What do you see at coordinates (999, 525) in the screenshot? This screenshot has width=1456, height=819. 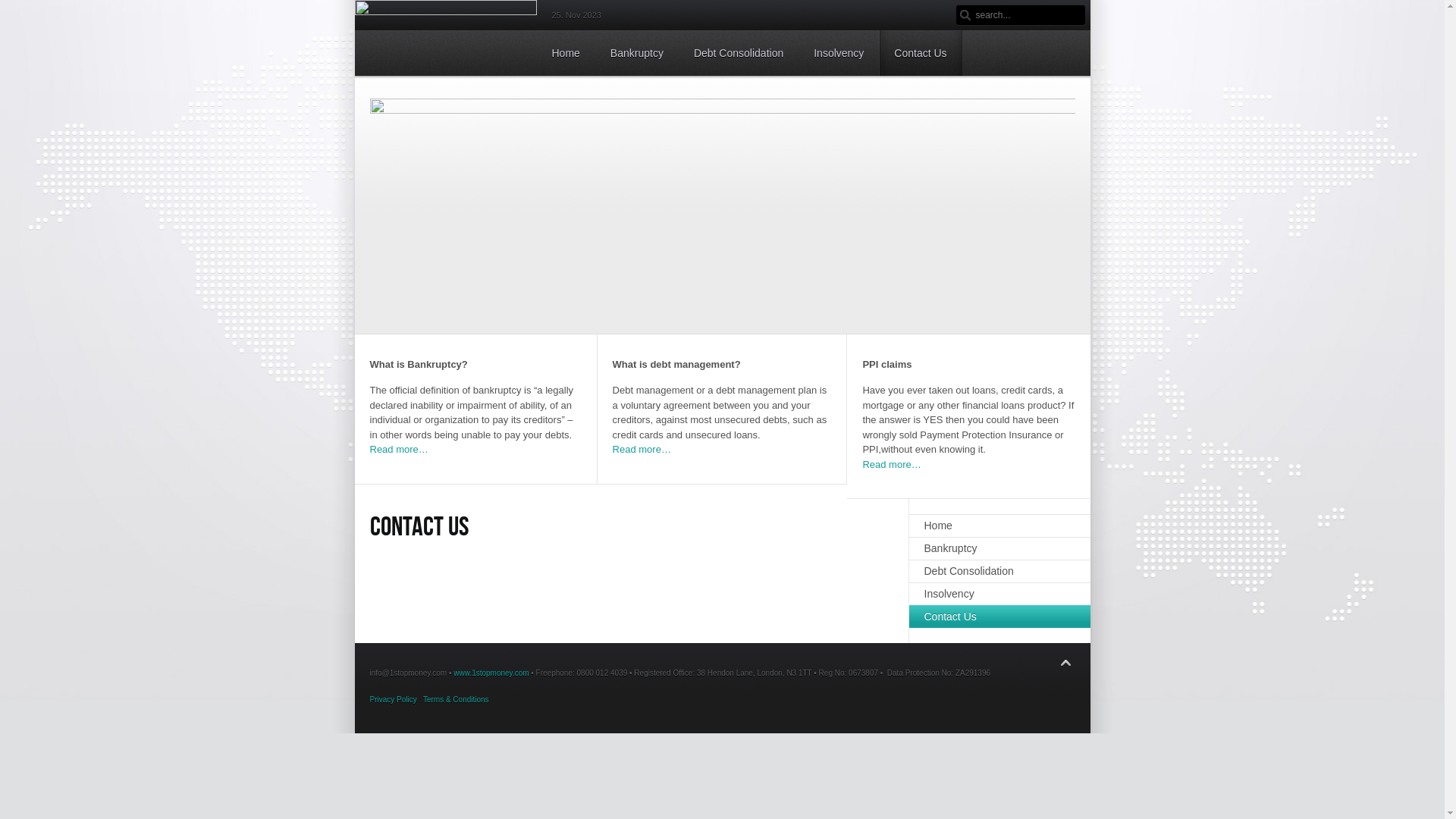 I see `'Home'` at bounding box center [999, 525].